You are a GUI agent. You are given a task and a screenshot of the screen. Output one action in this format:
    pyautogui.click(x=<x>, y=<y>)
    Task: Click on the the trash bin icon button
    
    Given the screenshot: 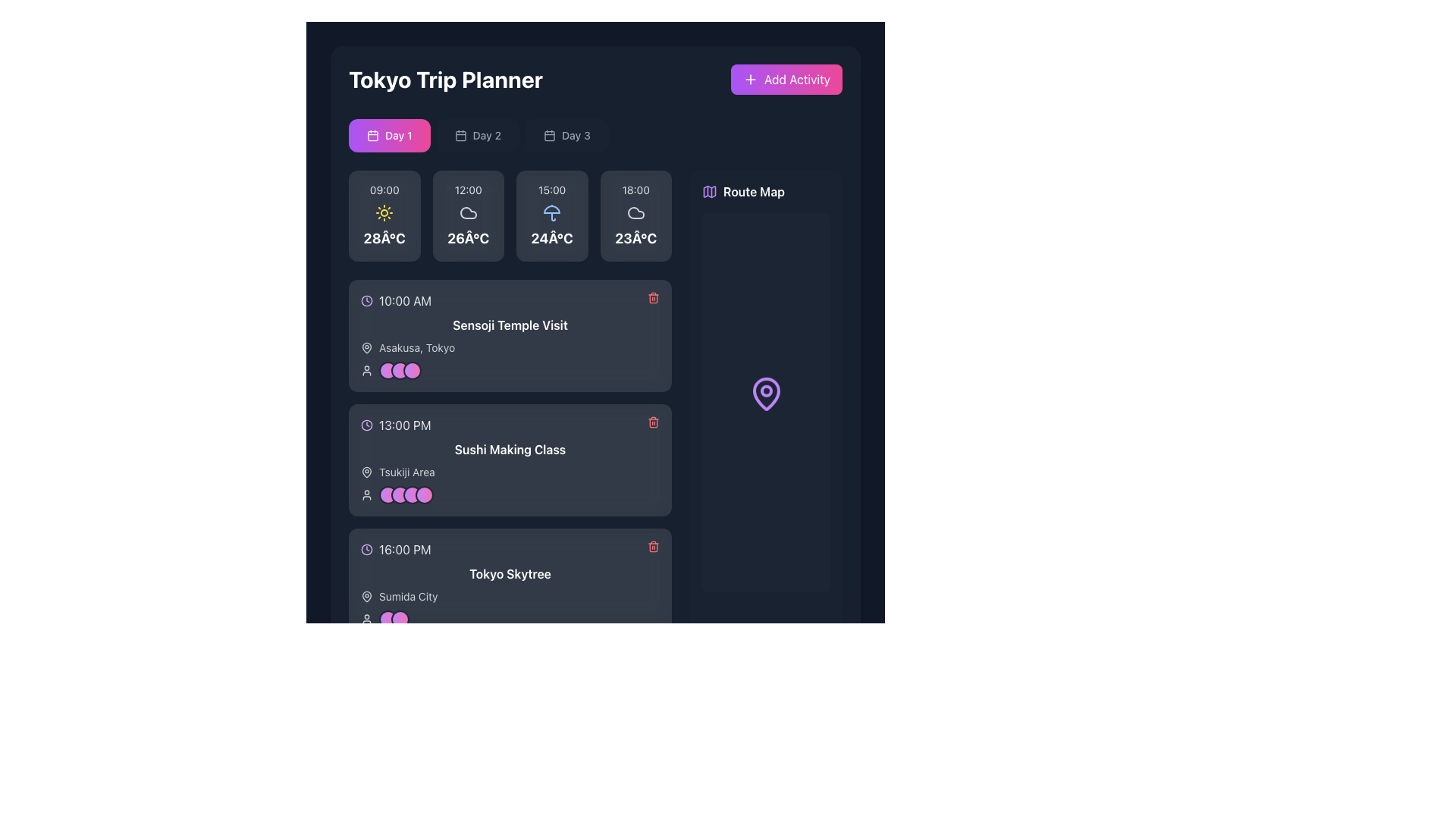 What is the action you would take?
    pyautogui.click(x=654, y=547)
    